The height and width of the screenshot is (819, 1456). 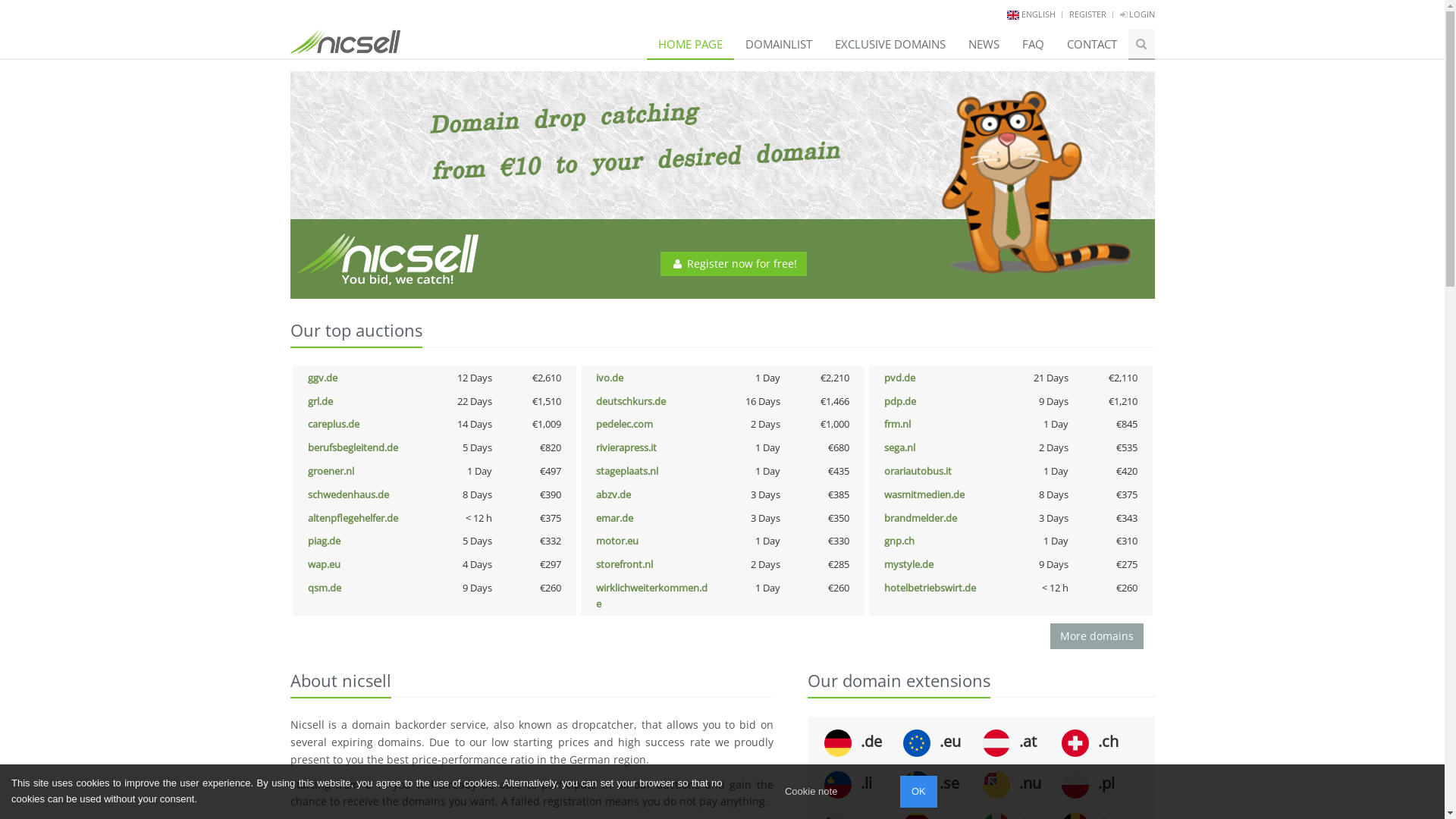 What do you see at coordinates (1037, 14) in the screenshot?
I see `'ENGLISH'` at bounding box center [1037, 14].